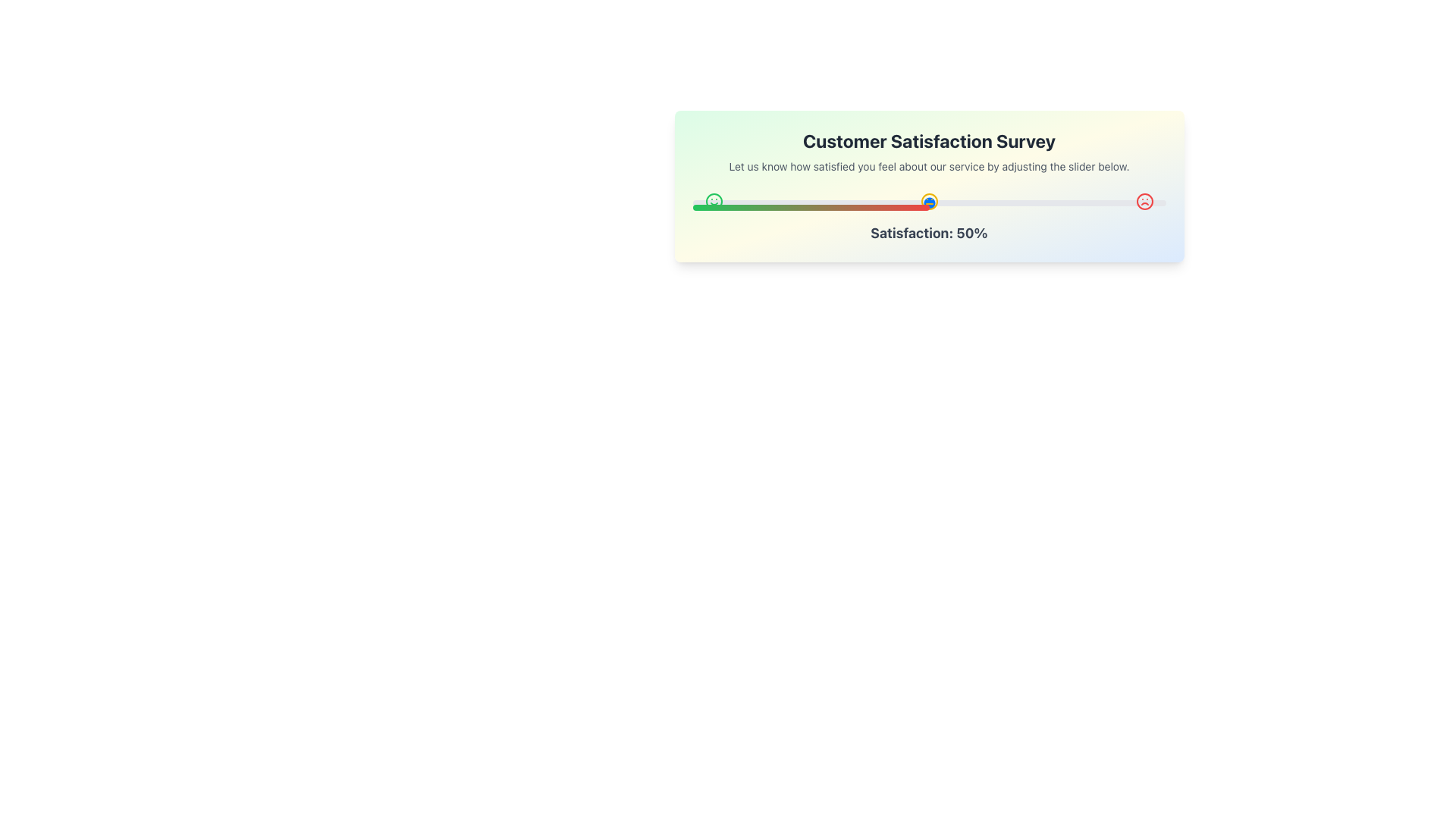 This screenshot has height=819, width=1456. What do you see at coordinates (1132, 202) in the screenshot?
I see `customer satisfaction level` at bounding box center [1132, 202].